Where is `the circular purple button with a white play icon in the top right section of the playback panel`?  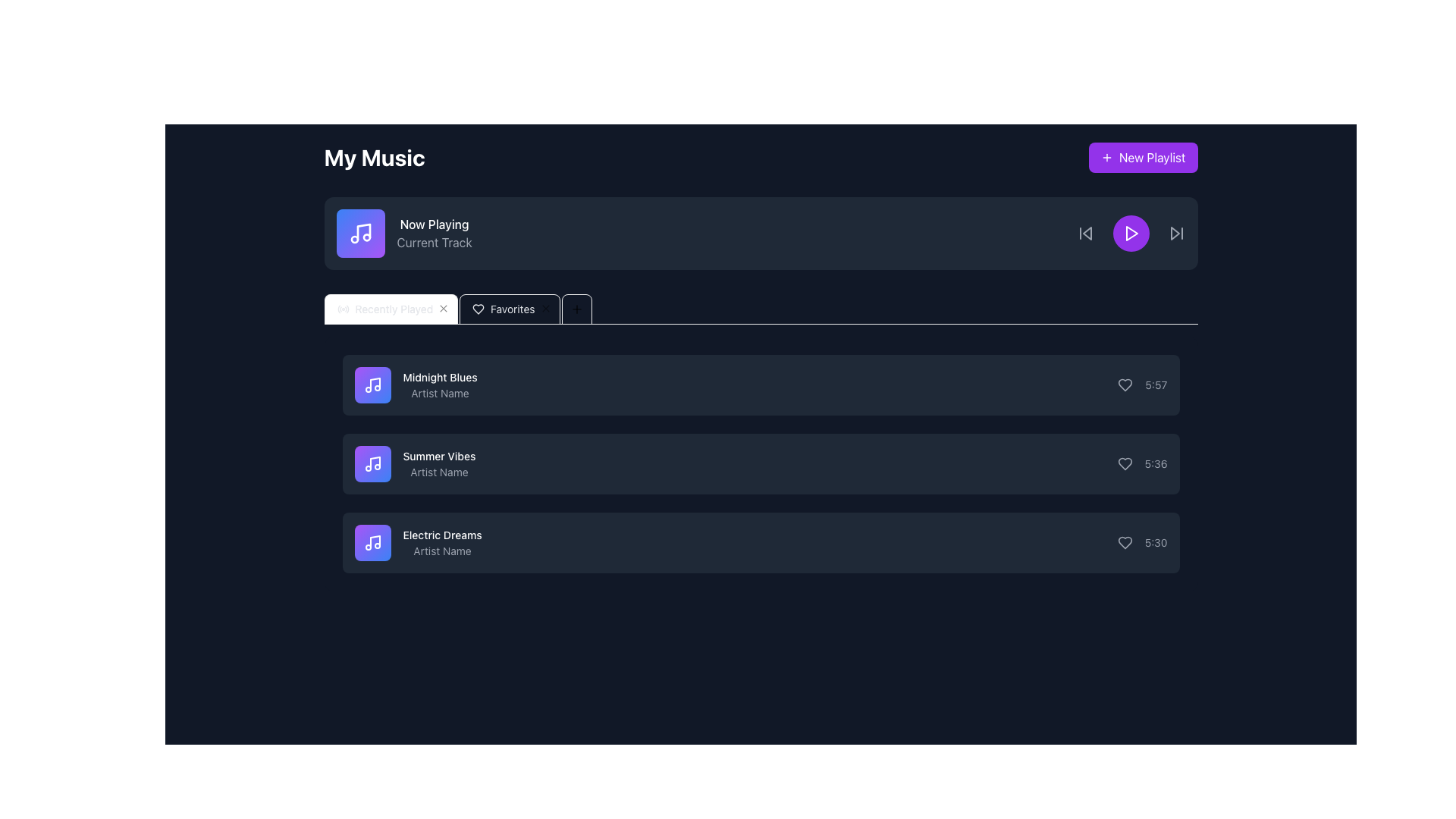 the circular purple button with a white play icon in the top right section of the playback panel is located at coordinates (1131, 234).